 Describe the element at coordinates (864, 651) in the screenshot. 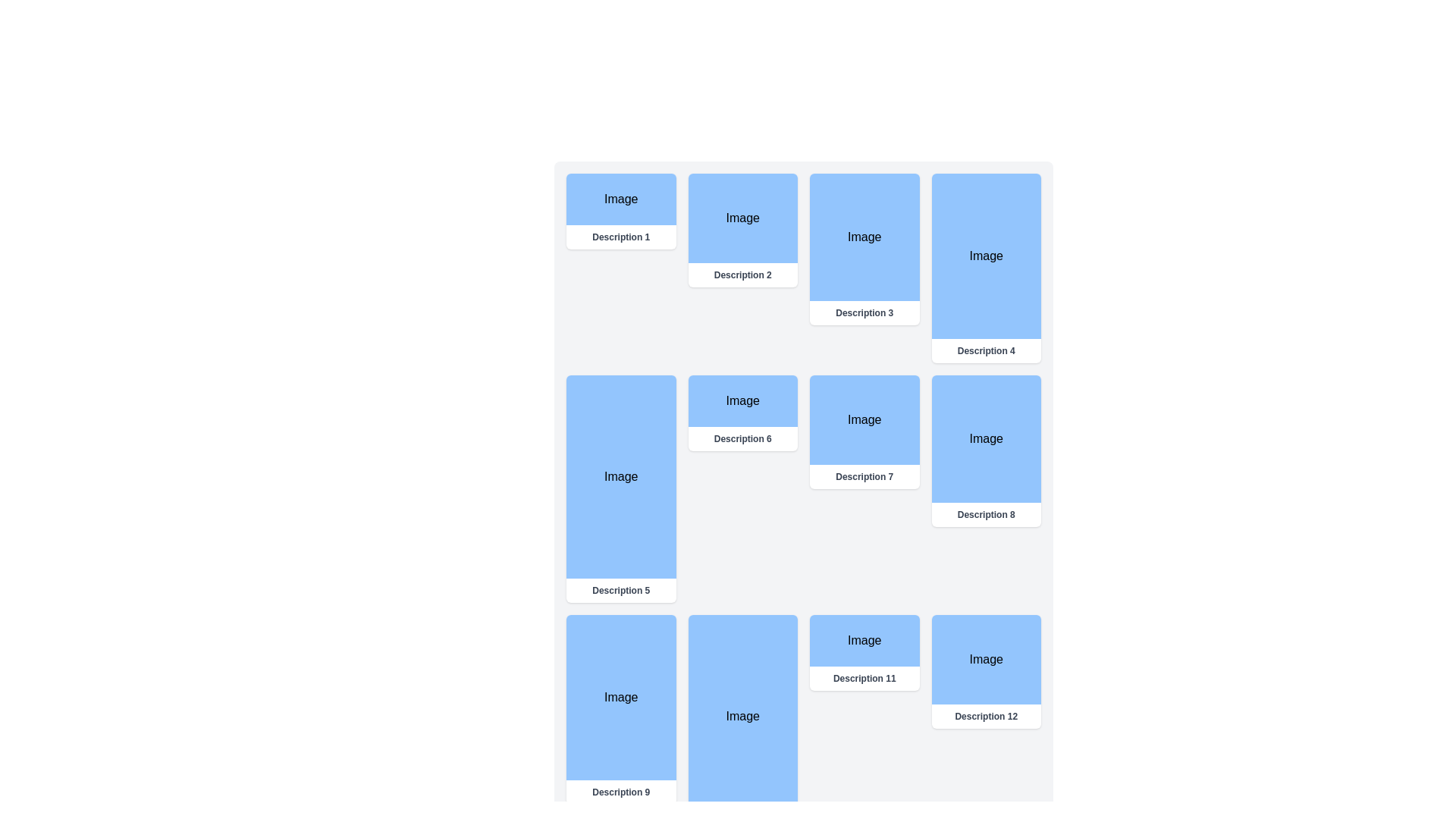

I see `the Card with an image and description located in the third row and third column of the grid layout` at that location.